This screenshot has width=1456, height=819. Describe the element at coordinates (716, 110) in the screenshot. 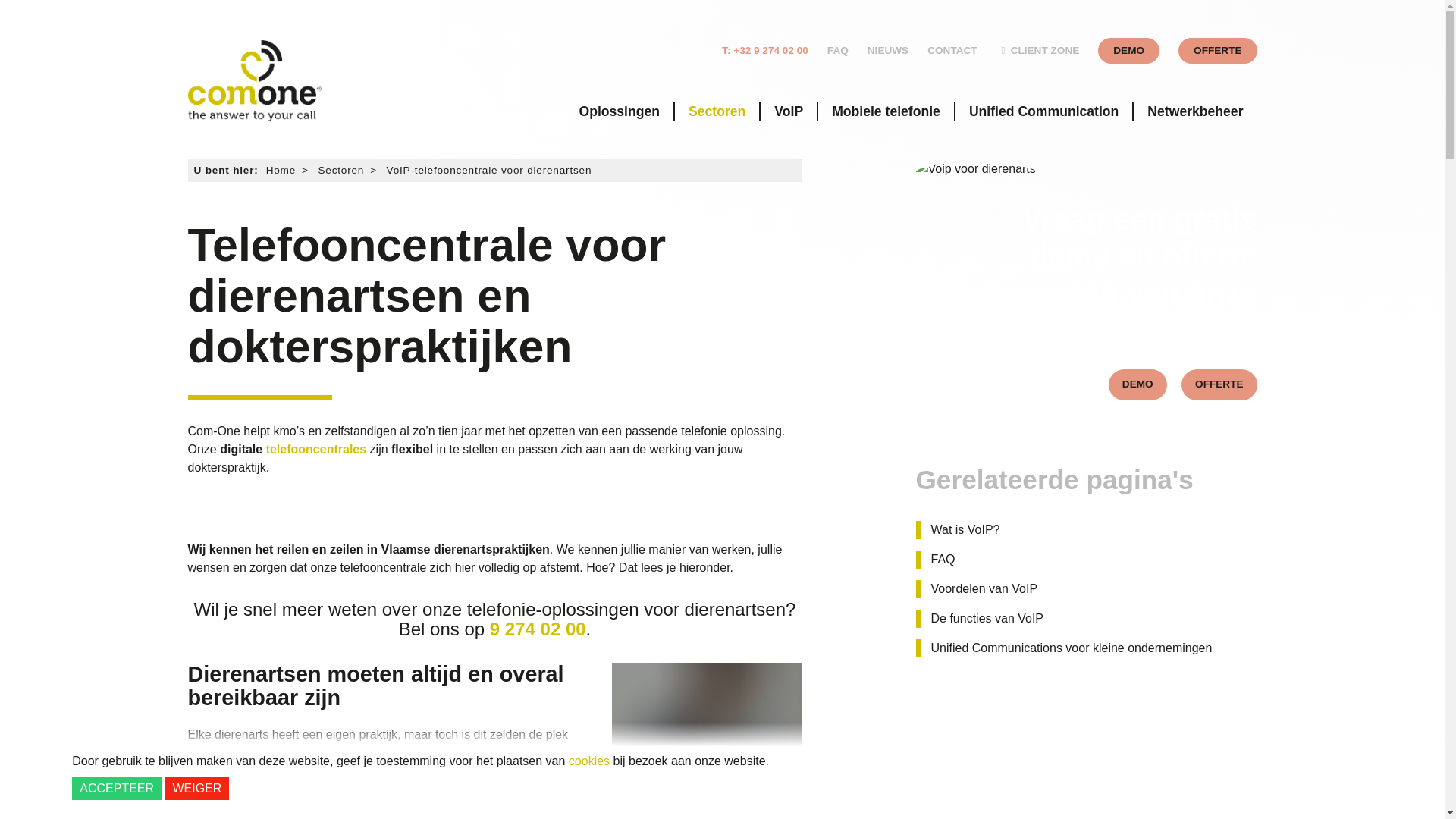

I see `'Sectoren'` at that location.